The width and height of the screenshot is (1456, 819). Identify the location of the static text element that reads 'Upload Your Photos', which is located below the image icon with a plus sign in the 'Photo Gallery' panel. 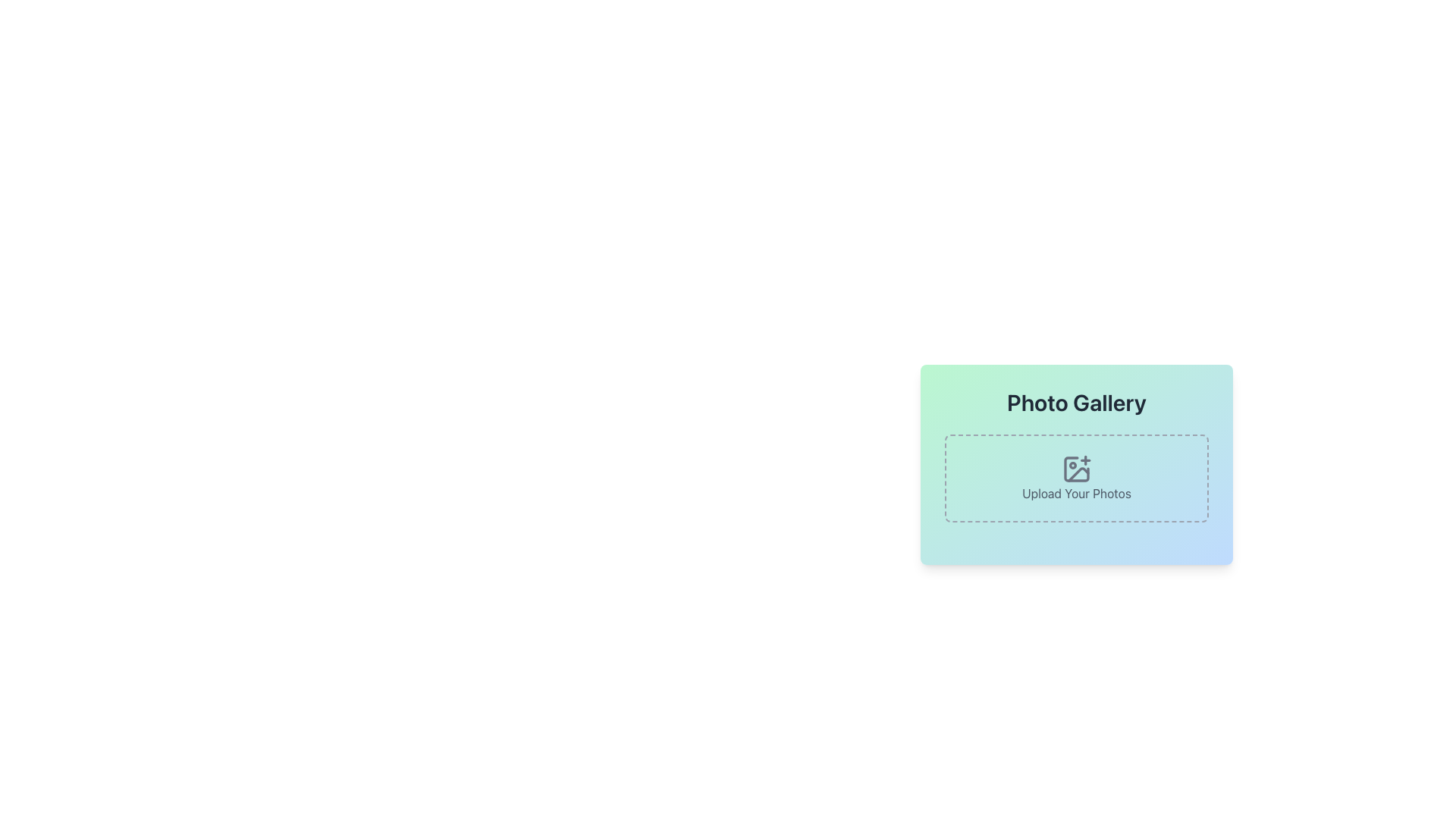
(1076, 494).